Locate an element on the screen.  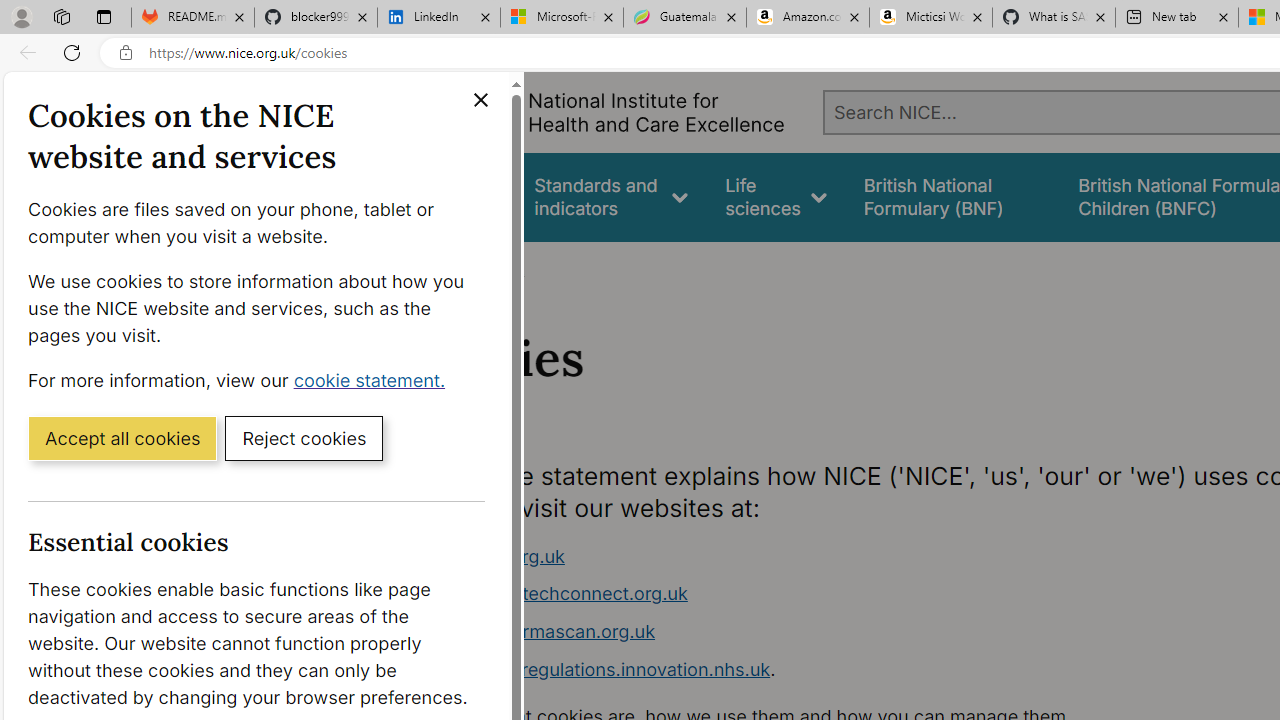
'Close cookie banner' is located at coordinates (480, 100).